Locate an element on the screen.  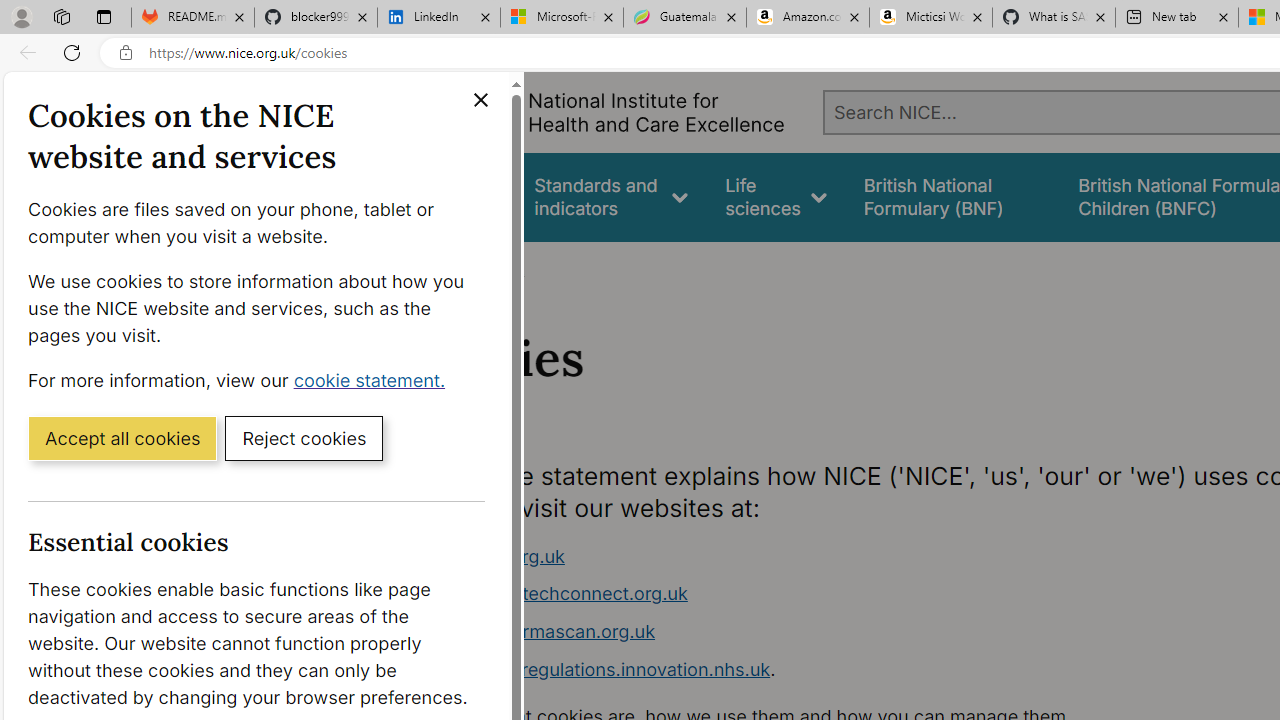
'Close cookie banner' is located at coordinates (480, 100).